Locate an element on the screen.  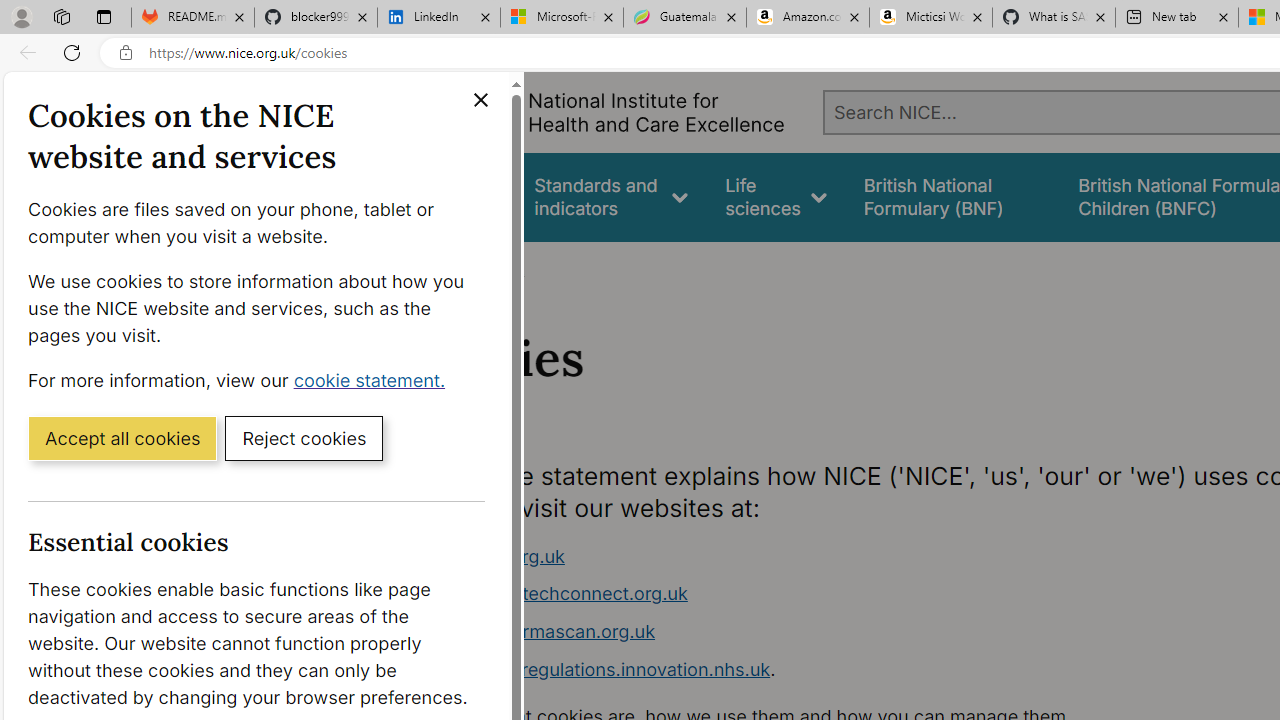
'Close cookie banner' is located at coordinates (480, 100).